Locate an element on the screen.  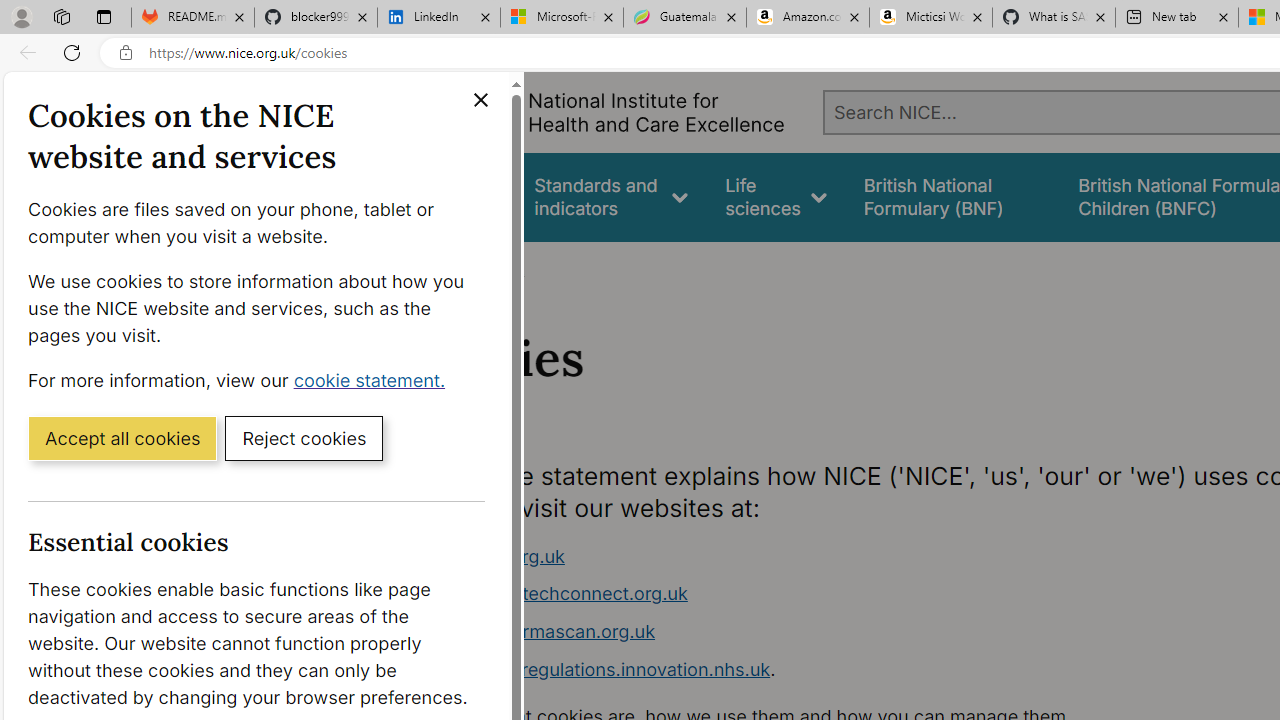
'Close cookie banner' is located at coordinates (480, 100).